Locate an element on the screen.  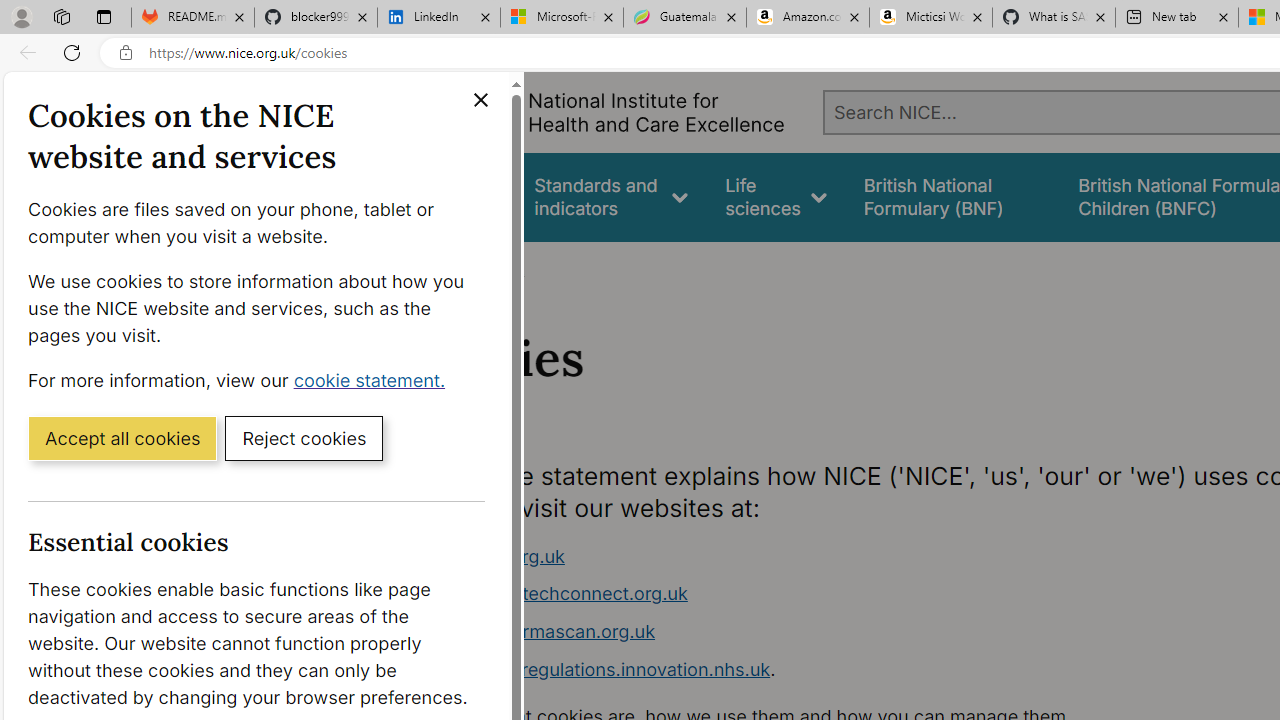
'Close cookie banner' is located at coordinates (480, 100).